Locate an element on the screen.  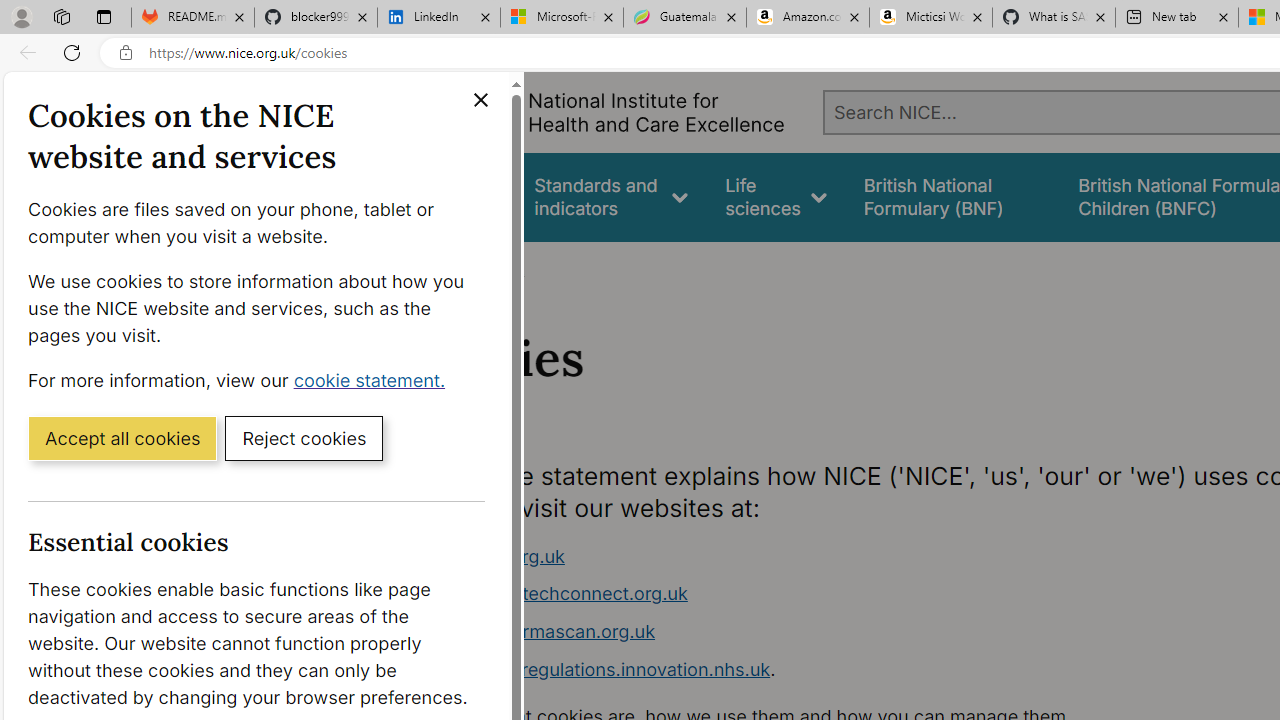
'Close cookie banner' is located at coordinates (480, 100).